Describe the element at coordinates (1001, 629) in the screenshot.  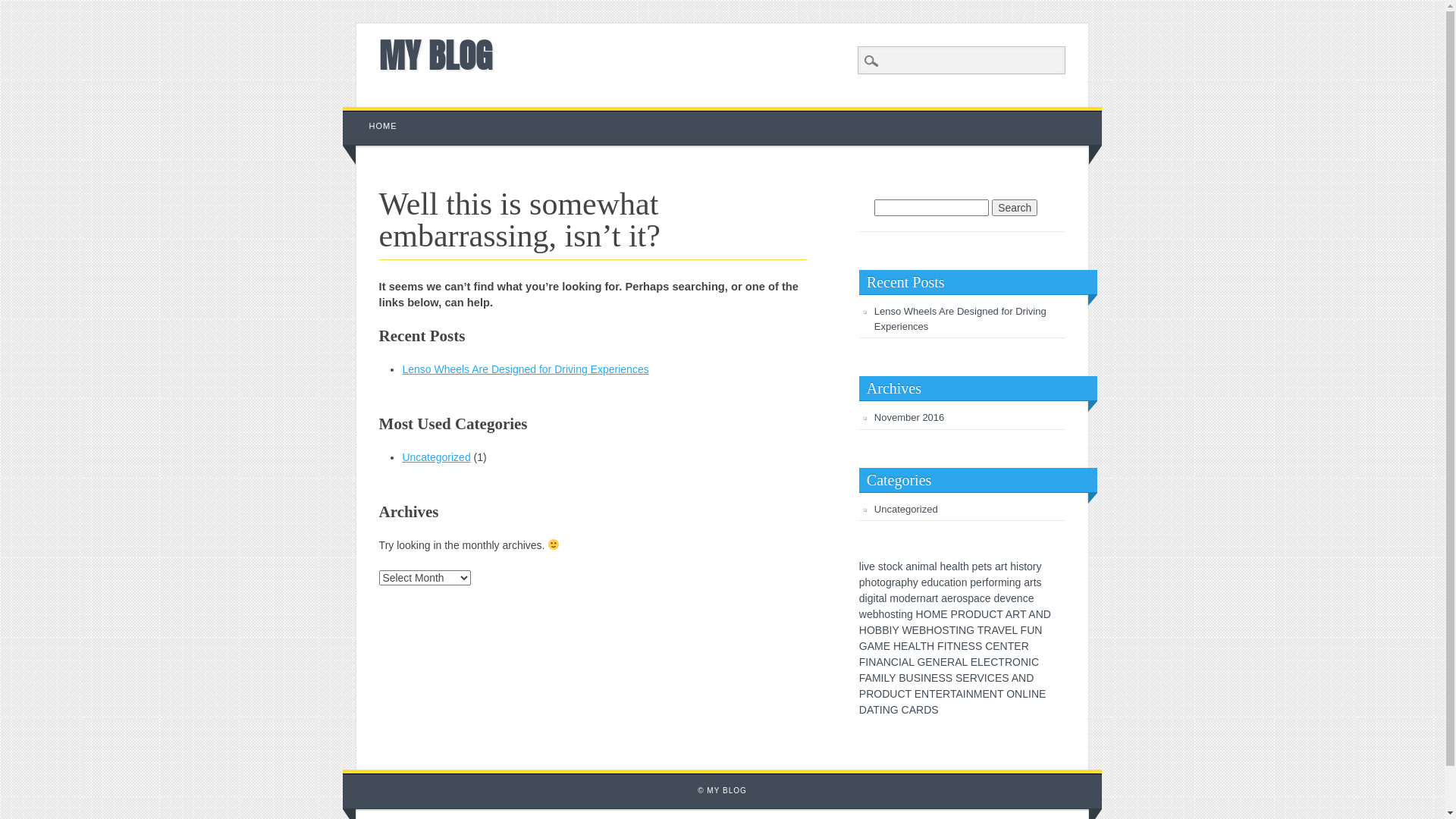
I see `'V'` at that location.